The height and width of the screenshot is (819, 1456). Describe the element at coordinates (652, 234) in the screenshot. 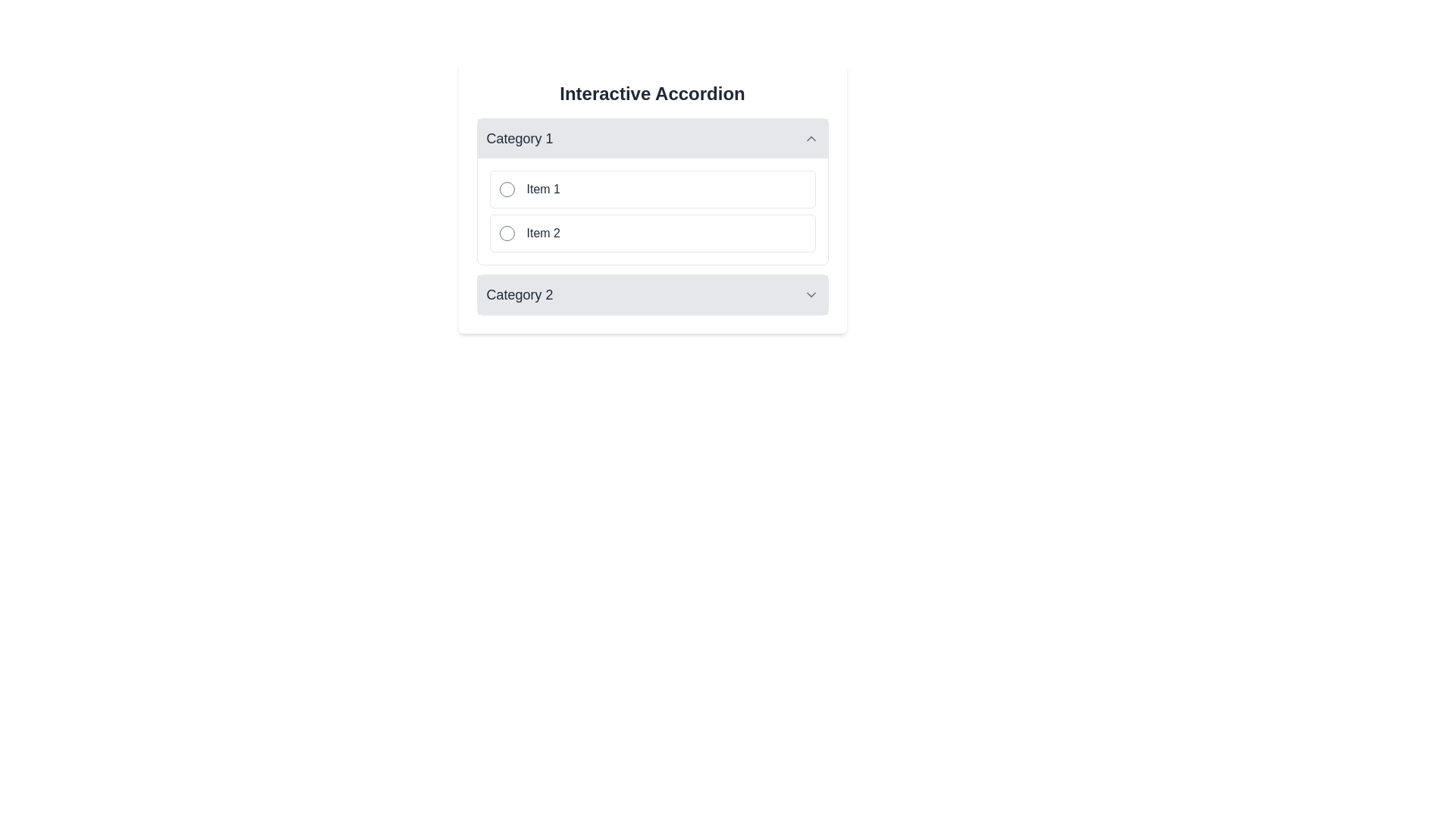

I see `the selectable list item with a radio button labeled 'Item 2' for accessibility navigation` at that location.